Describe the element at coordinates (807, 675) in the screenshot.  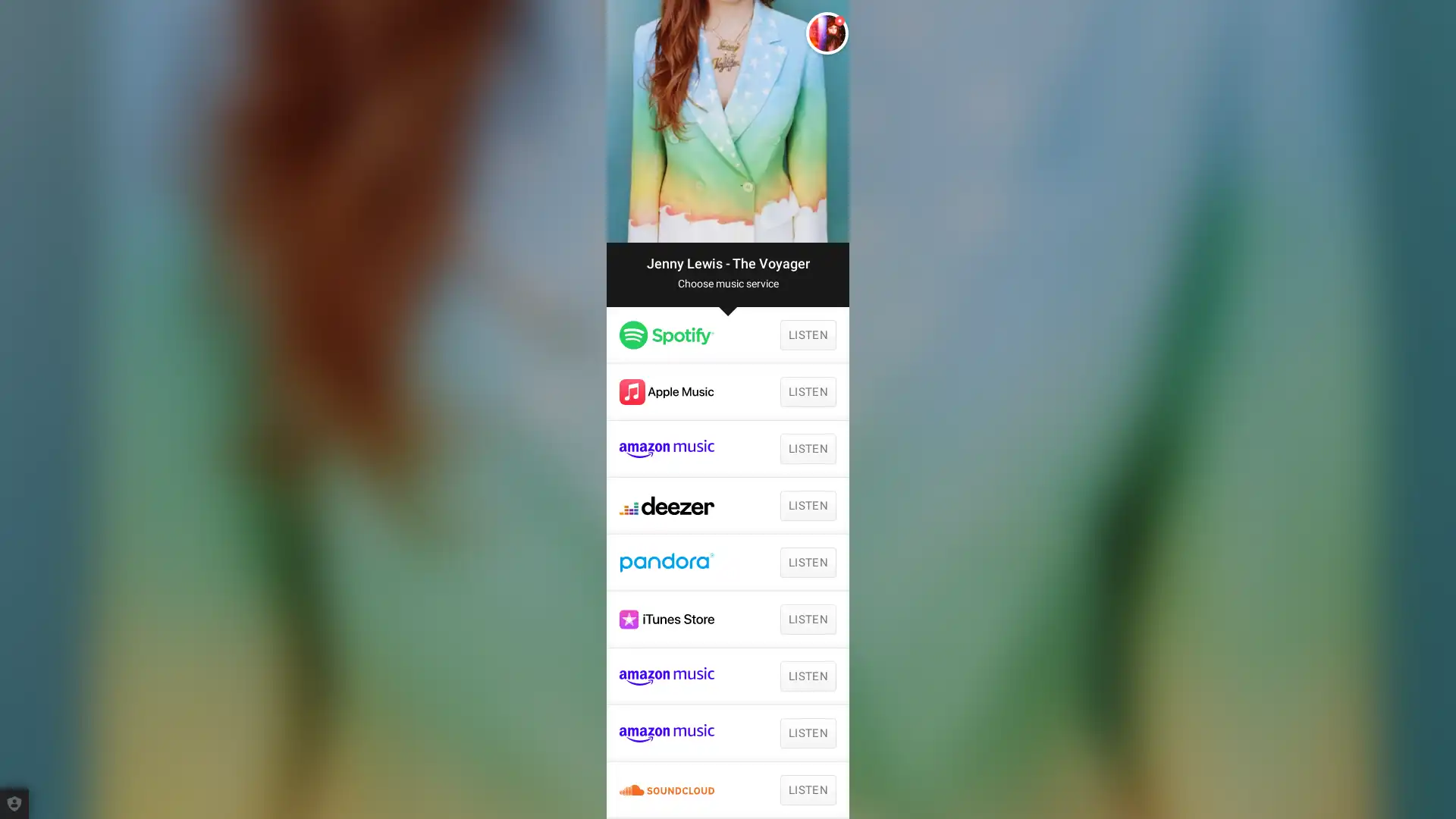
I see `LISTEN` at that location.